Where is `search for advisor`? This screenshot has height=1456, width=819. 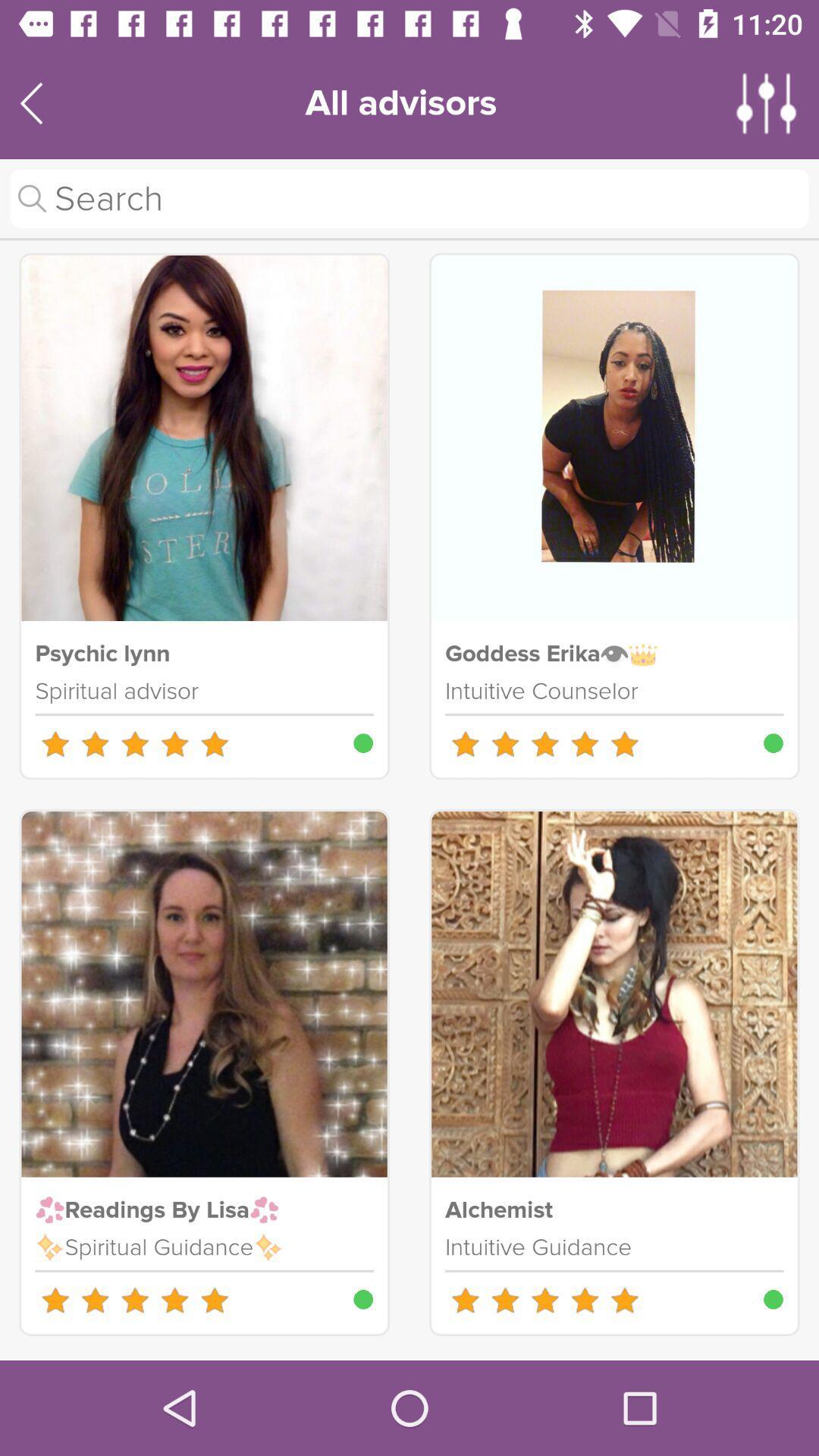 search for advisor is located at coordinates (409, 198).